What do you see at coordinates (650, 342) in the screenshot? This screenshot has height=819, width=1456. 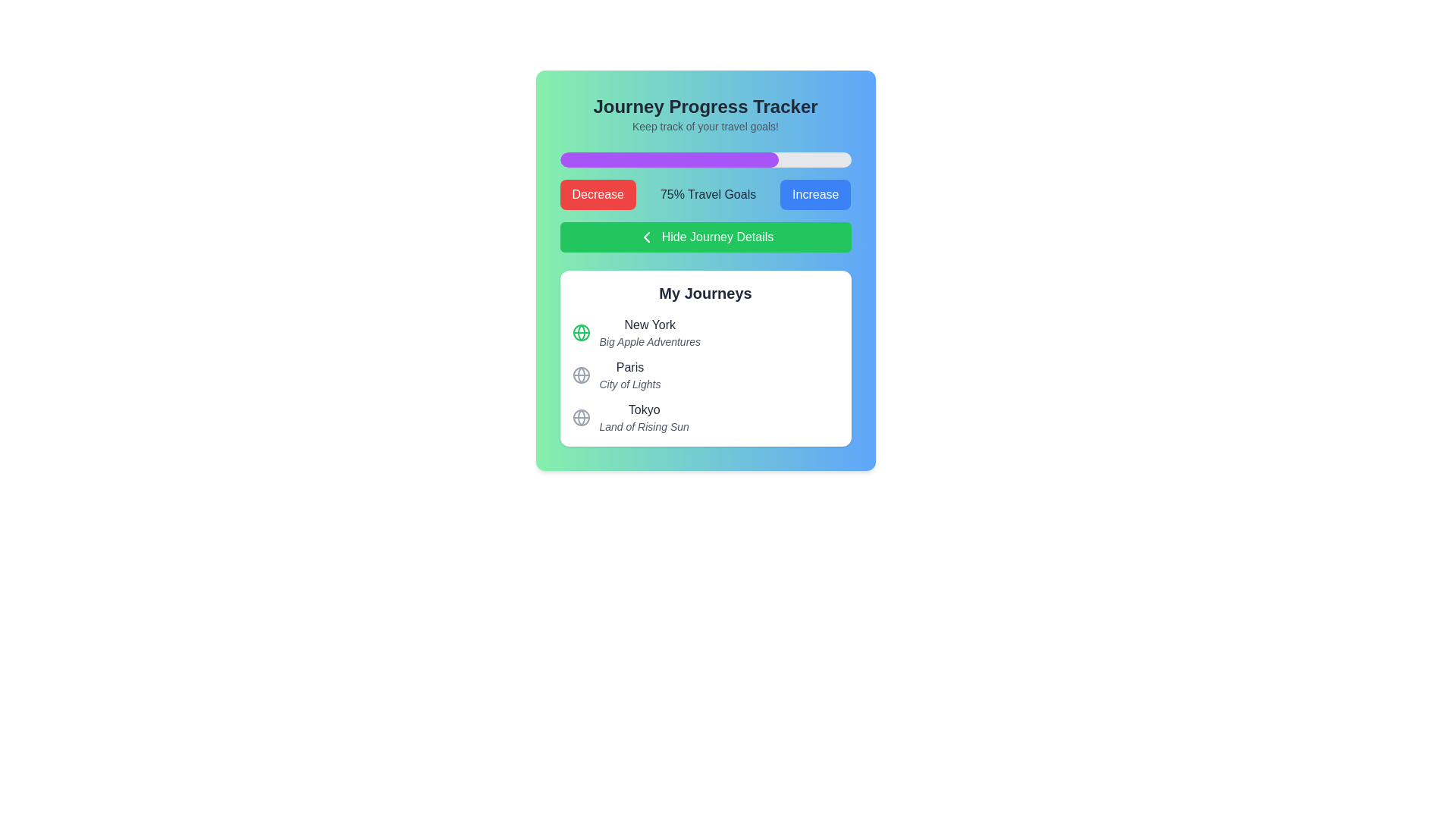 I see `the static text element containing the italicized text 'Big Apple Adventures', which is located under the bold text 'New York' in the 'My Journeys' section` at bounding box center [650, 342].